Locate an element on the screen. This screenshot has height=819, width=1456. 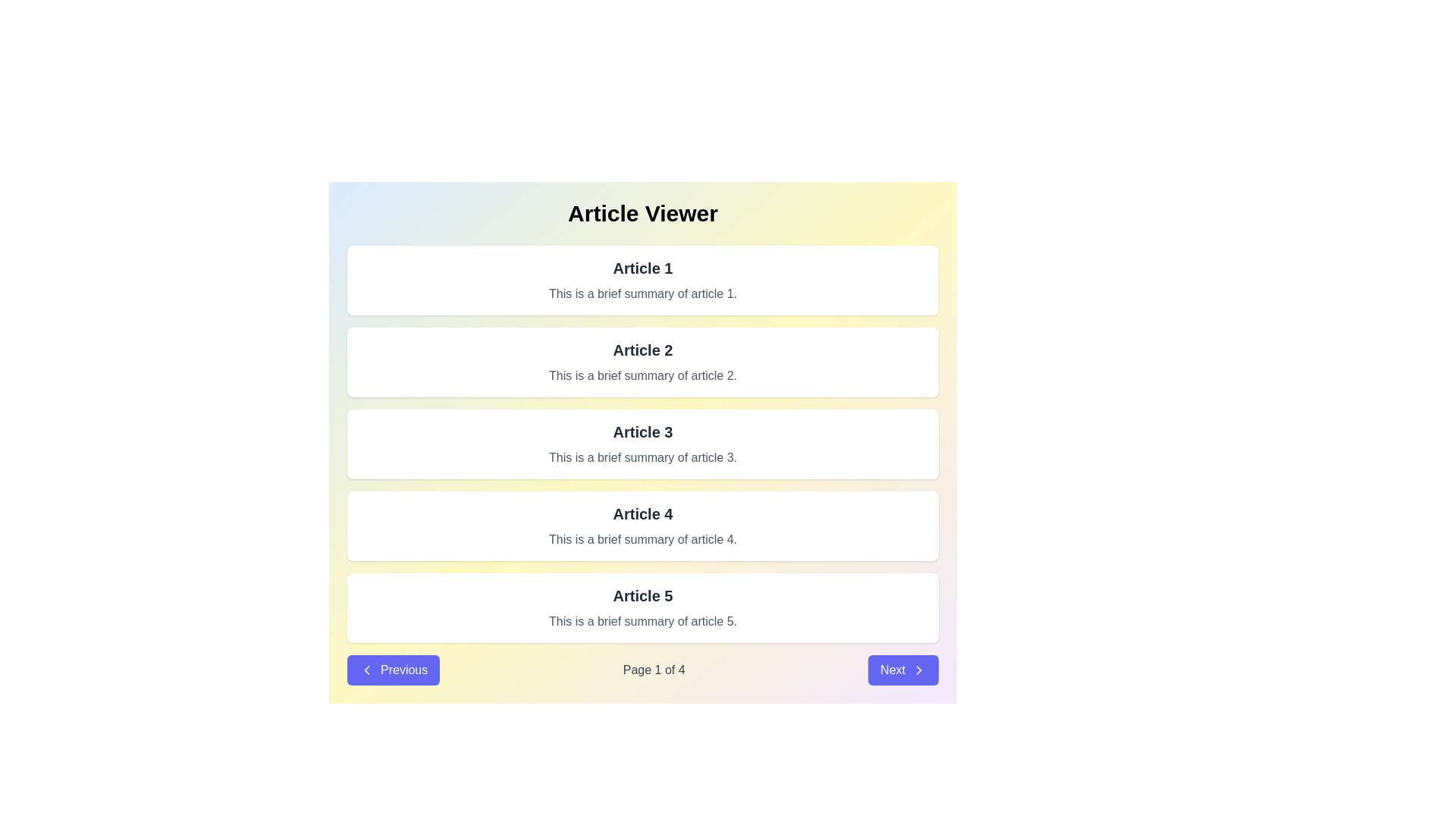
the text label that reads 'This is a brief summary of article 4.' which is positioned beneath the 'Article 4' heading in the fourth card of a vertically arranged list is located at coordinates (643, 539).